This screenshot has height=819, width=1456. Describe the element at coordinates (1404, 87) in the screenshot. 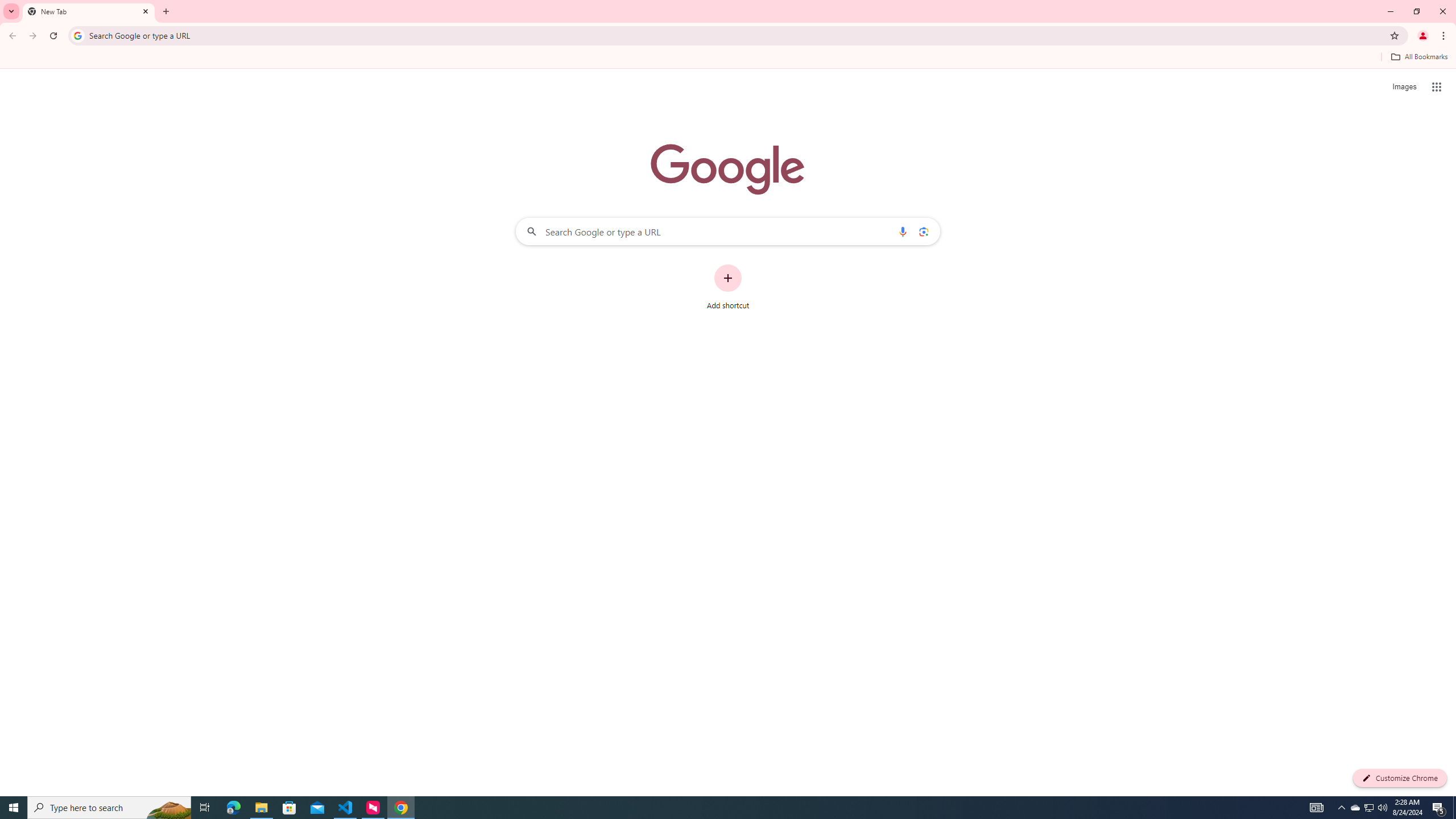

I see `'Search for Images '` at that location.